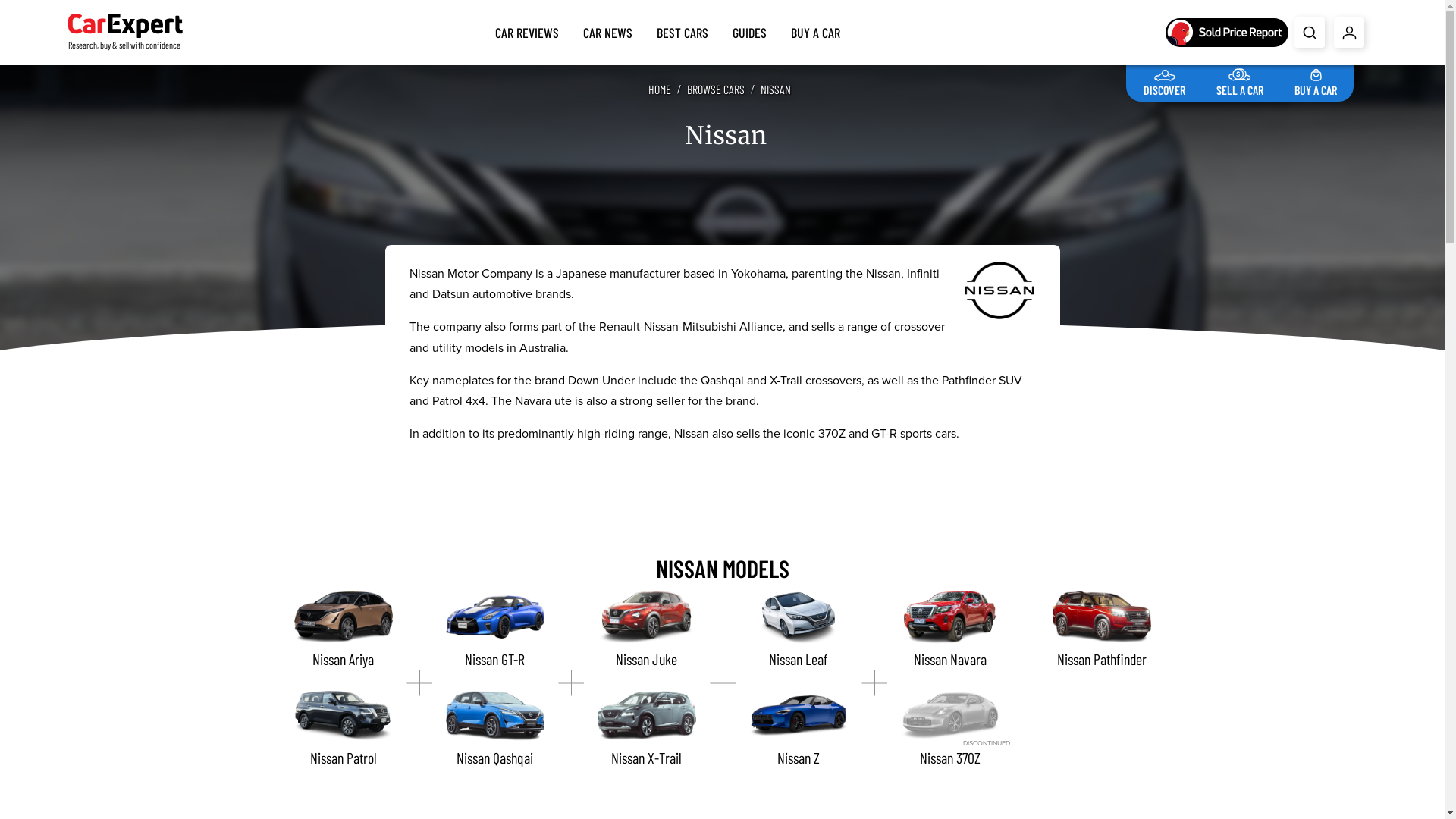 Image resolution: width=1456 pixels, height=819 pixels. Describe the element at coordinates (796, 727) in the screenshot. I see `'Nissan Z'` at that location.